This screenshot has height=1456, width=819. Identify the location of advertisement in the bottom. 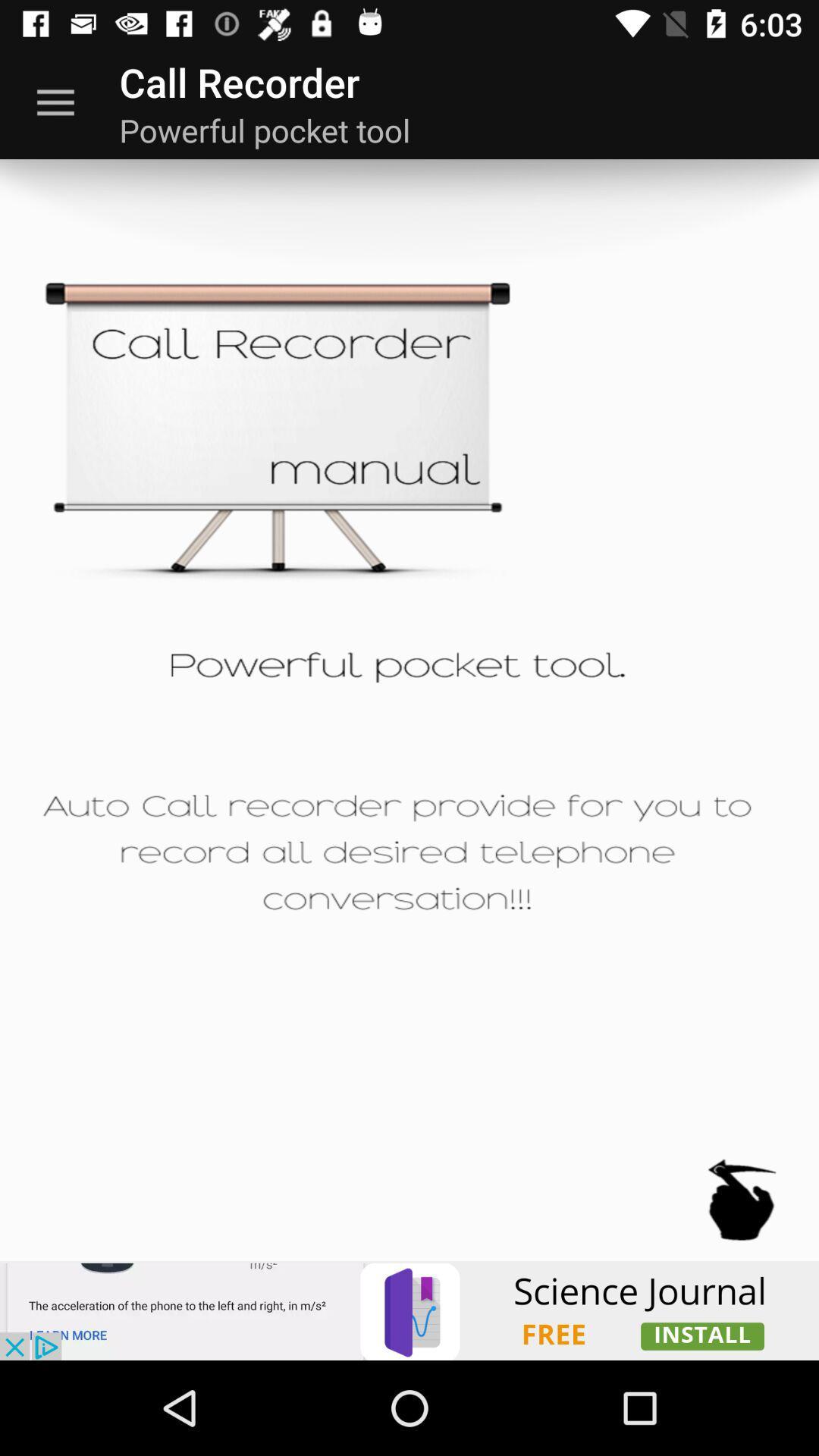
(409, 1310).